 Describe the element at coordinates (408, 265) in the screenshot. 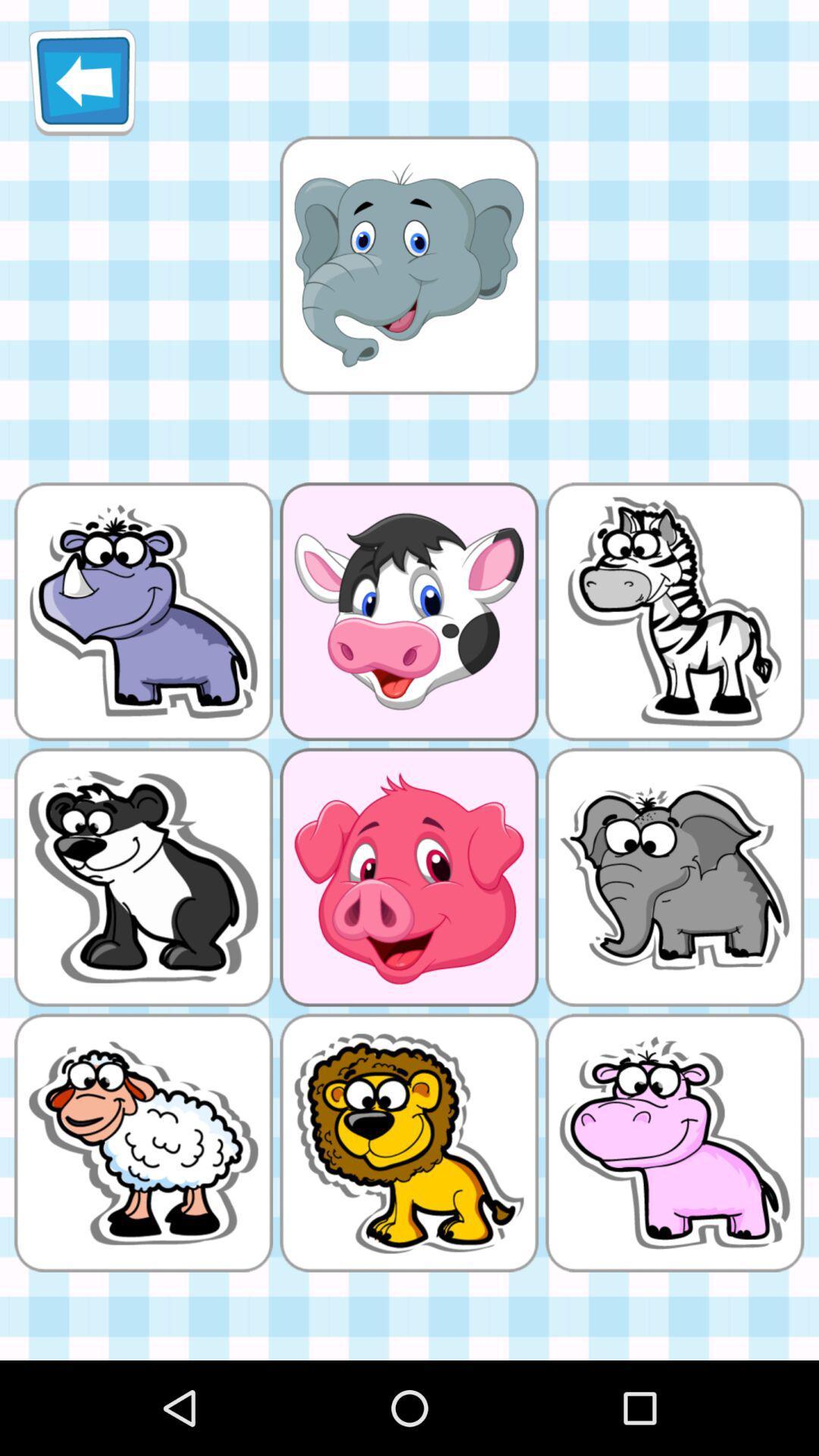

I see `choosen animal` at that location.